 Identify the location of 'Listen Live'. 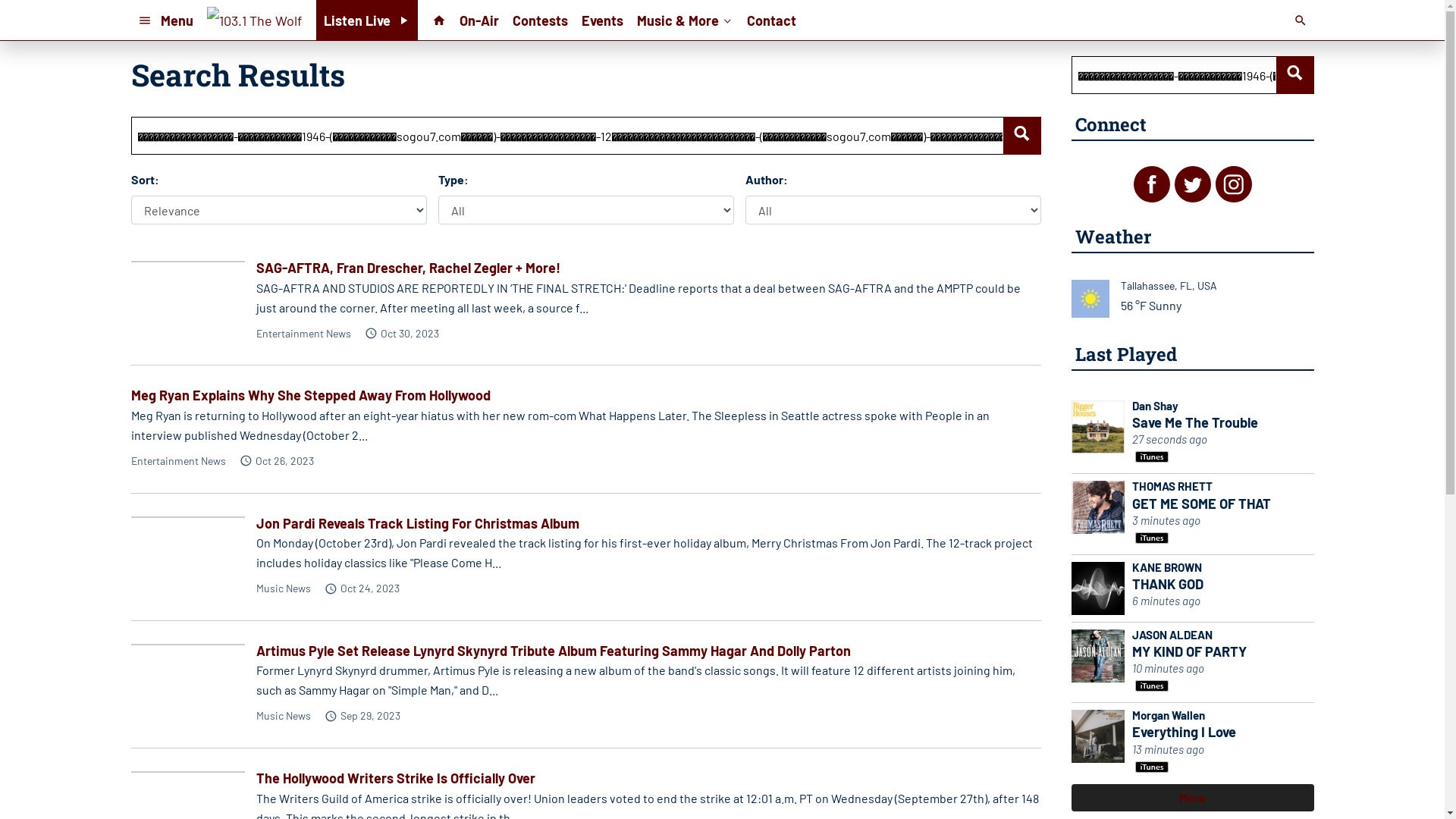
(315, 20).